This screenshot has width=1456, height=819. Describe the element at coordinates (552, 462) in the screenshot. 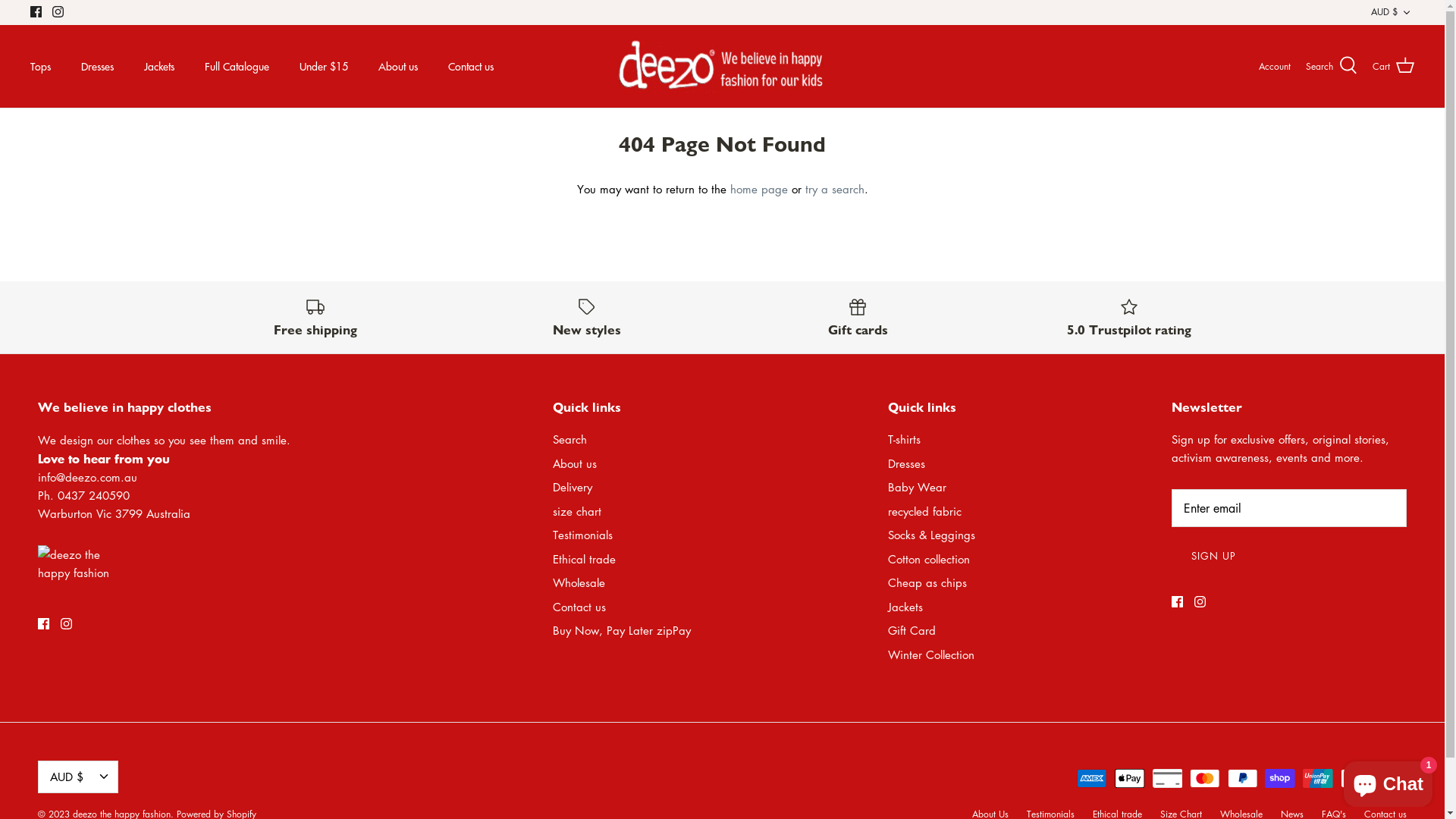

I see `'About us'` at that location.